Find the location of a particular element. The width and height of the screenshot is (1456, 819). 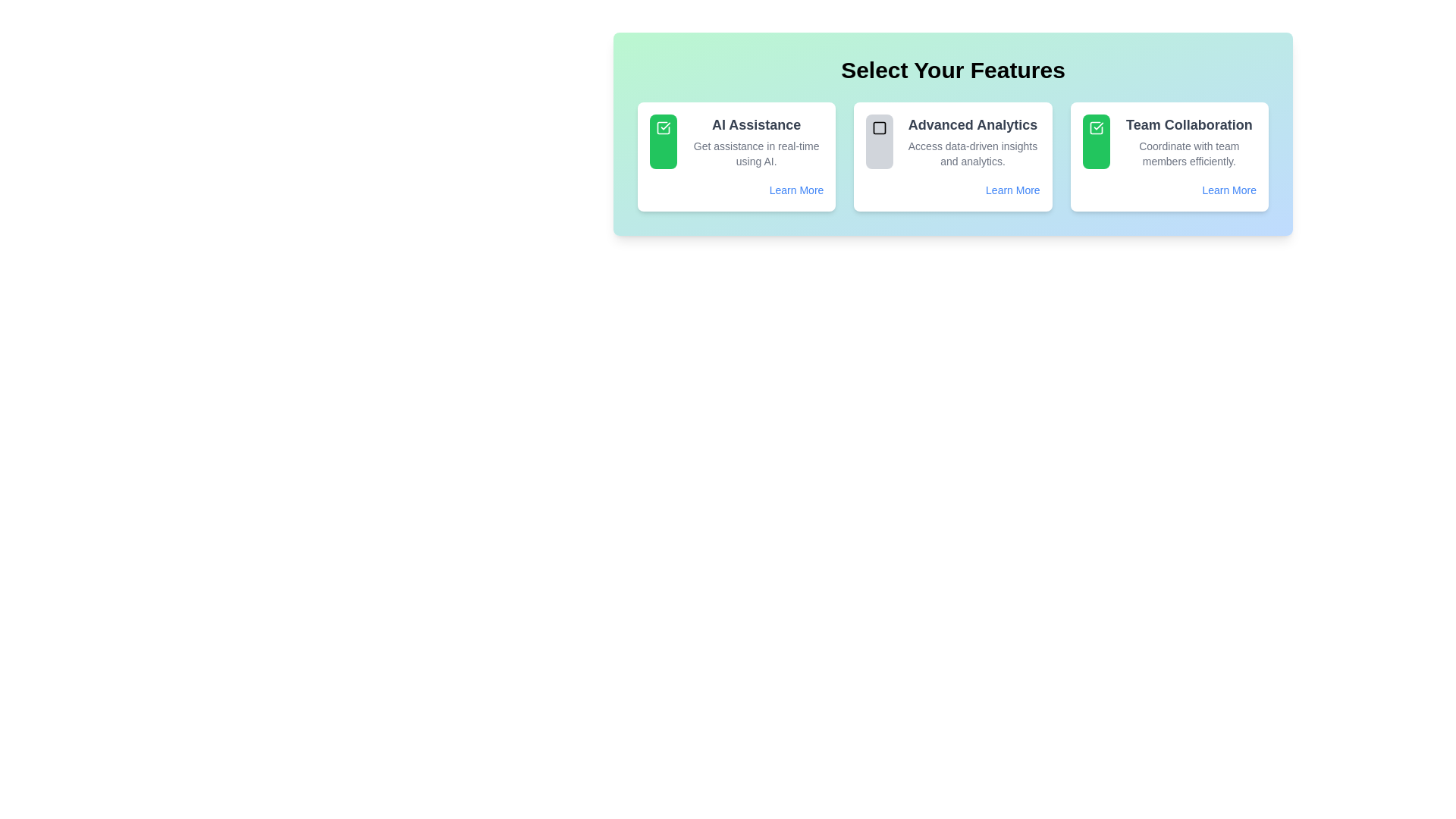

the Heading/Title text element for the 'AI Assistance' feature card, which is the topmost text in the leftmost card of a horizontally-arranged group of feature cards is located at coordinates (756, 124).